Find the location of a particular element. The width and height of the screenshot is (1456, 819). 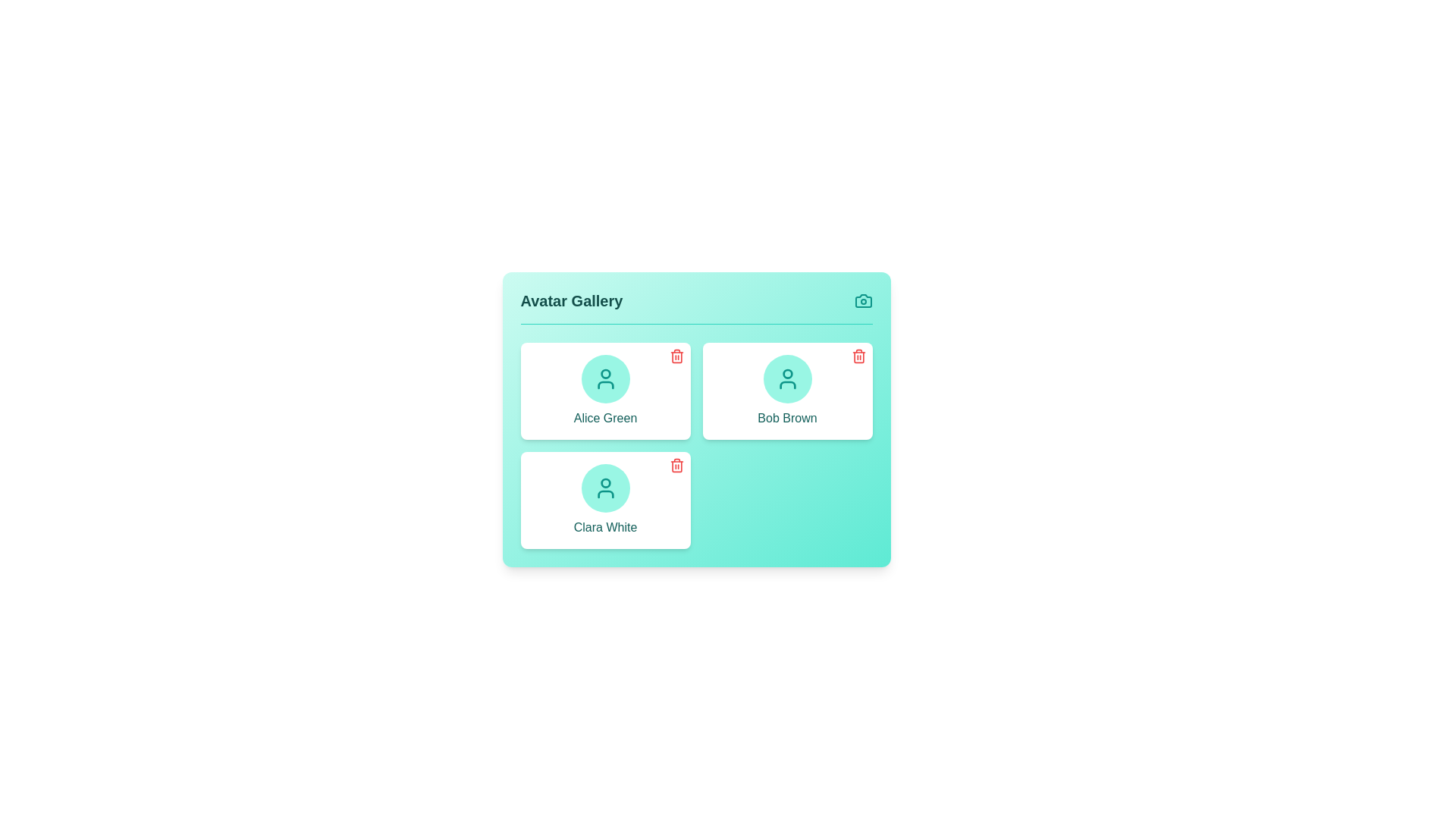

the camera icon with a teal stroke color located at the top-right corner of the toolbar is located at coordinates (863, 301).